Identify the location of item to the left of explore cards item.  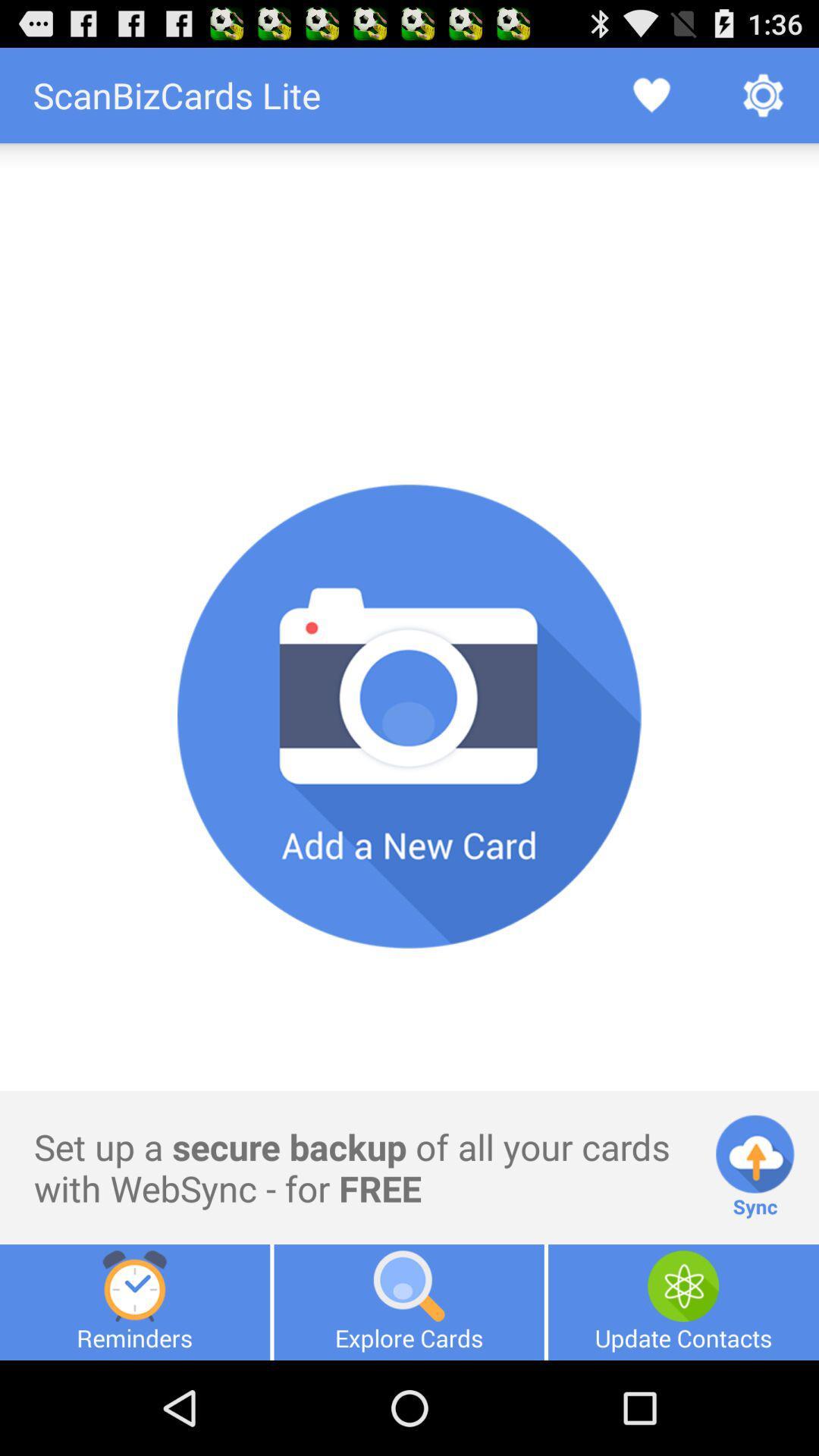
(134, 1301).